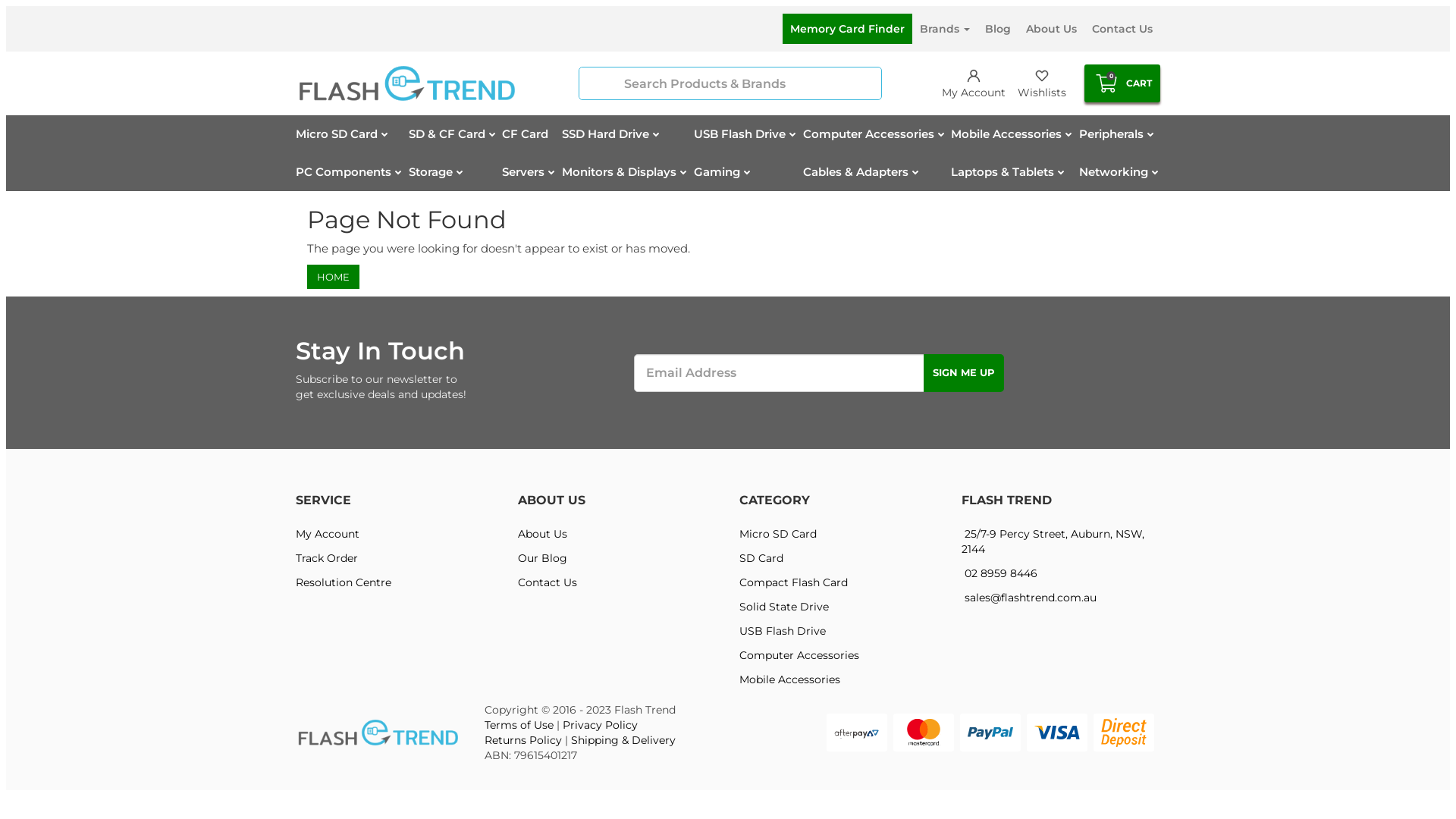 Image resolution: width=1456 pixels, height=819 pixels. I want to click on 'Computer Accessories', so click(874, 133).